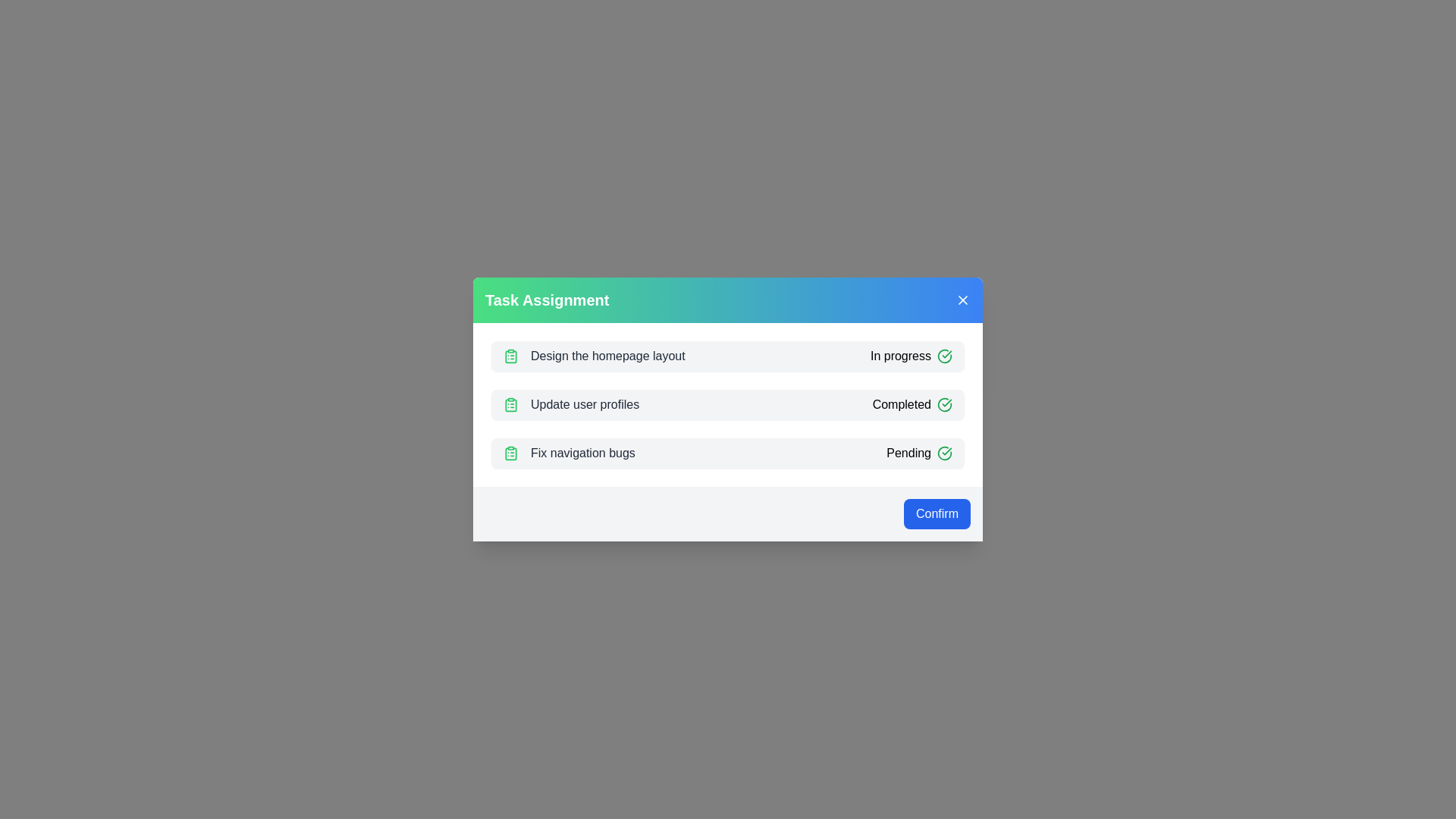 The image size is (1456, 819). What do you see at coordinates (568, 452) in the screenshot?
I see `the task item labeled 'Fix navigation bugs' which is a horizontal row with a green clipboard icon, located below 'Update user profiles' and above the 'Pending' status indicator` at bounding box center [568, 452].